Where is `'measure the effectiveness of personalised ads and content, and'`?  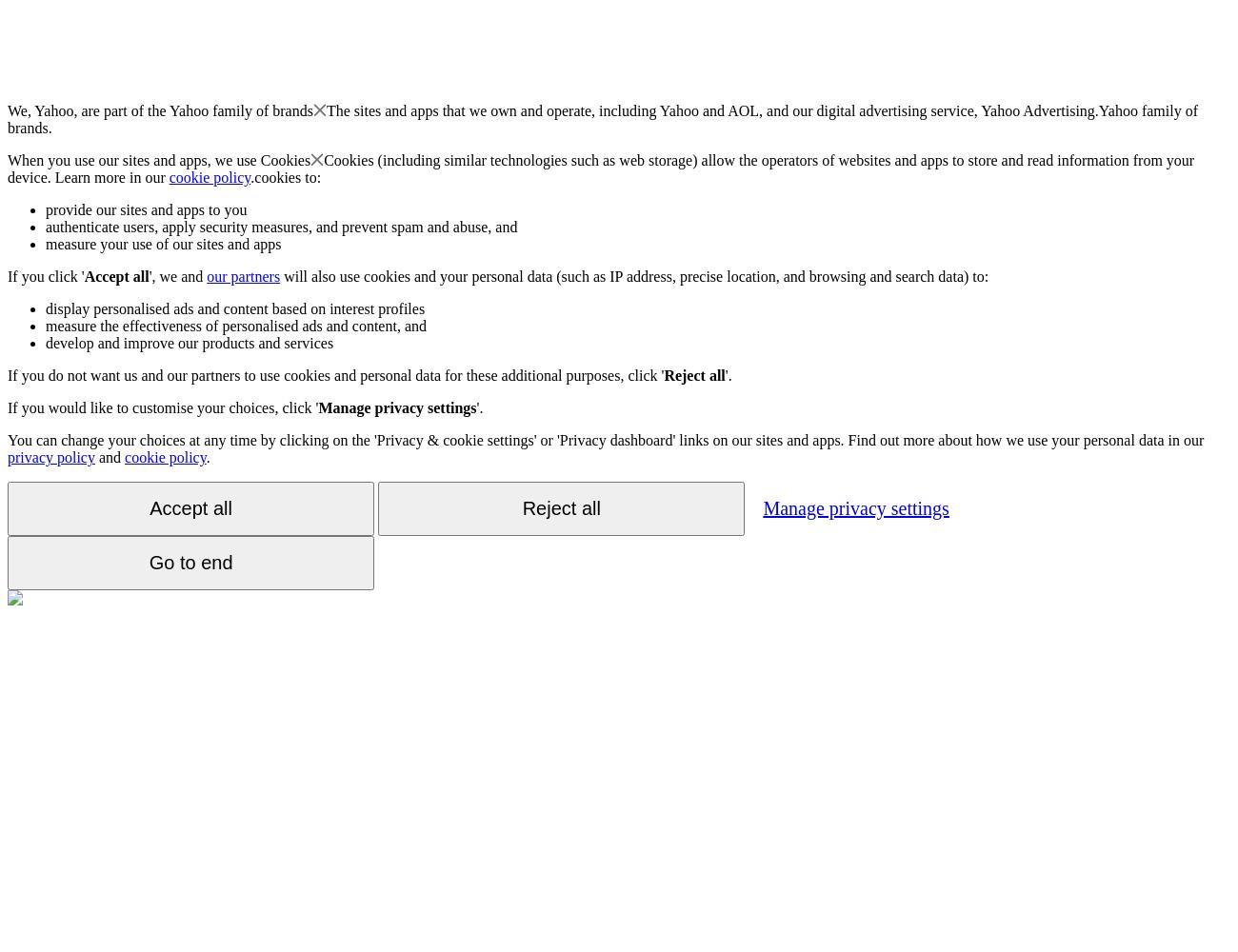 'measure the effectiveness of personalised ads and content, and' is located at coordinates (235, 325).